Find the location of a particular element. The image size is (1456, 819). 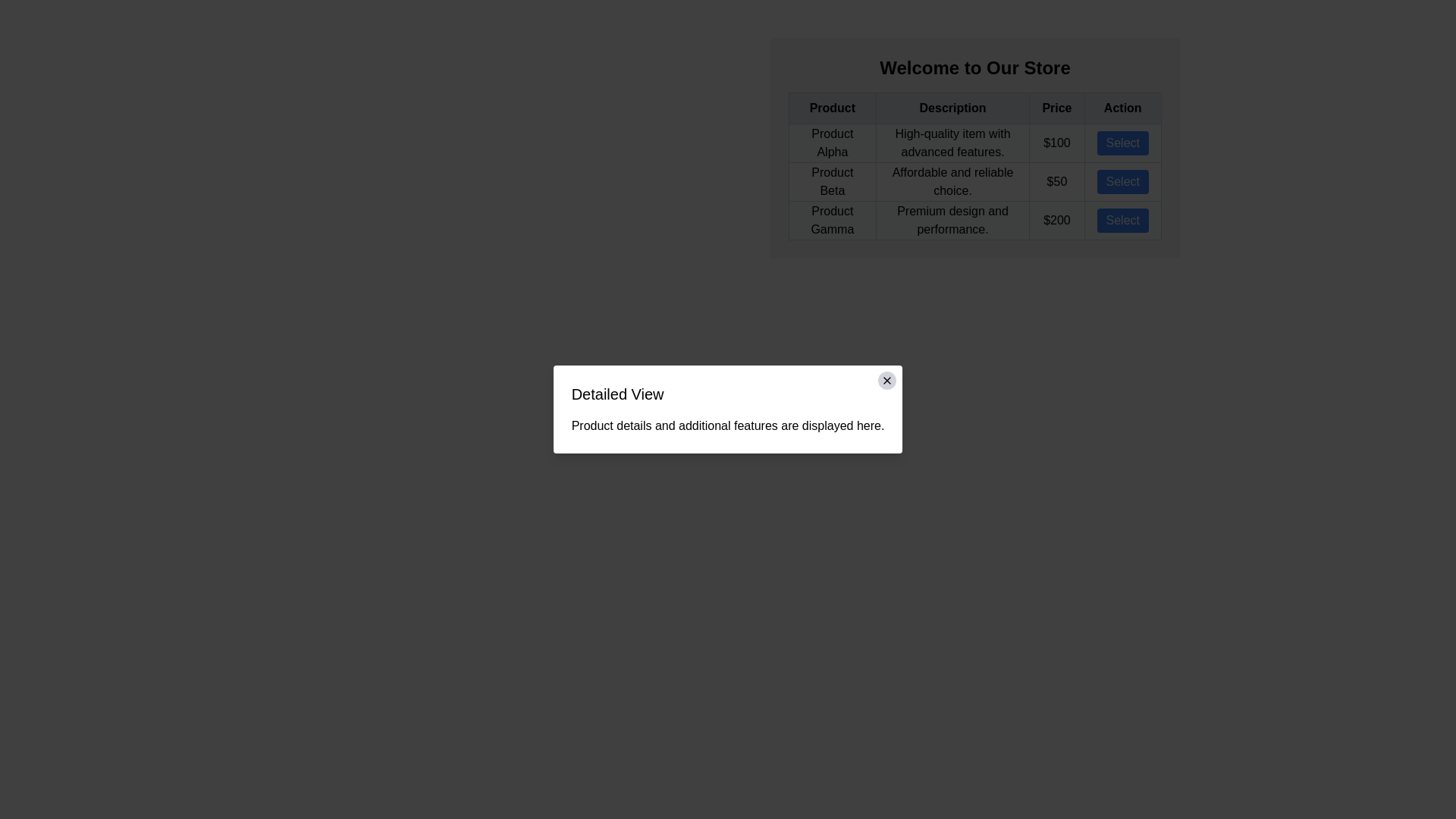

the rectangular blue button labeled 'Select' in the second row of the 'Action' column for 'Product Beta' is located at coordinates (1122, 180).